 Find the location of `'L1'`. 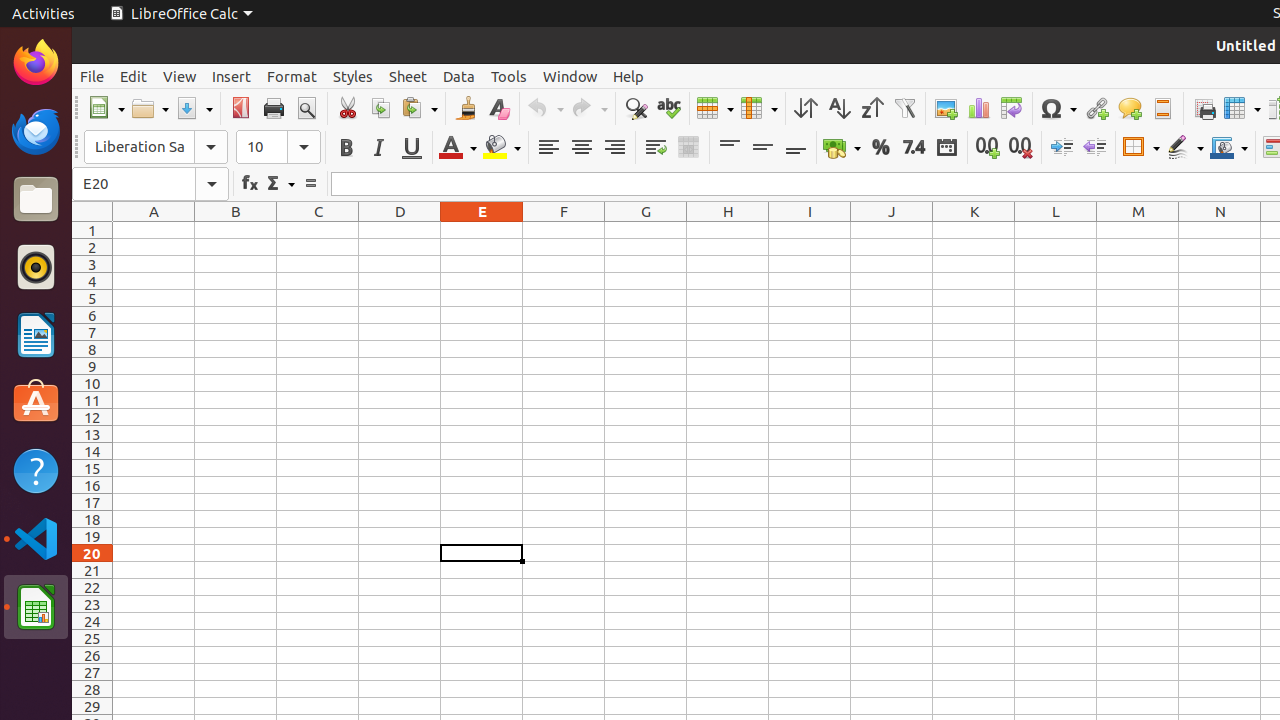

'L1' is located at coordinates (1055, 229).